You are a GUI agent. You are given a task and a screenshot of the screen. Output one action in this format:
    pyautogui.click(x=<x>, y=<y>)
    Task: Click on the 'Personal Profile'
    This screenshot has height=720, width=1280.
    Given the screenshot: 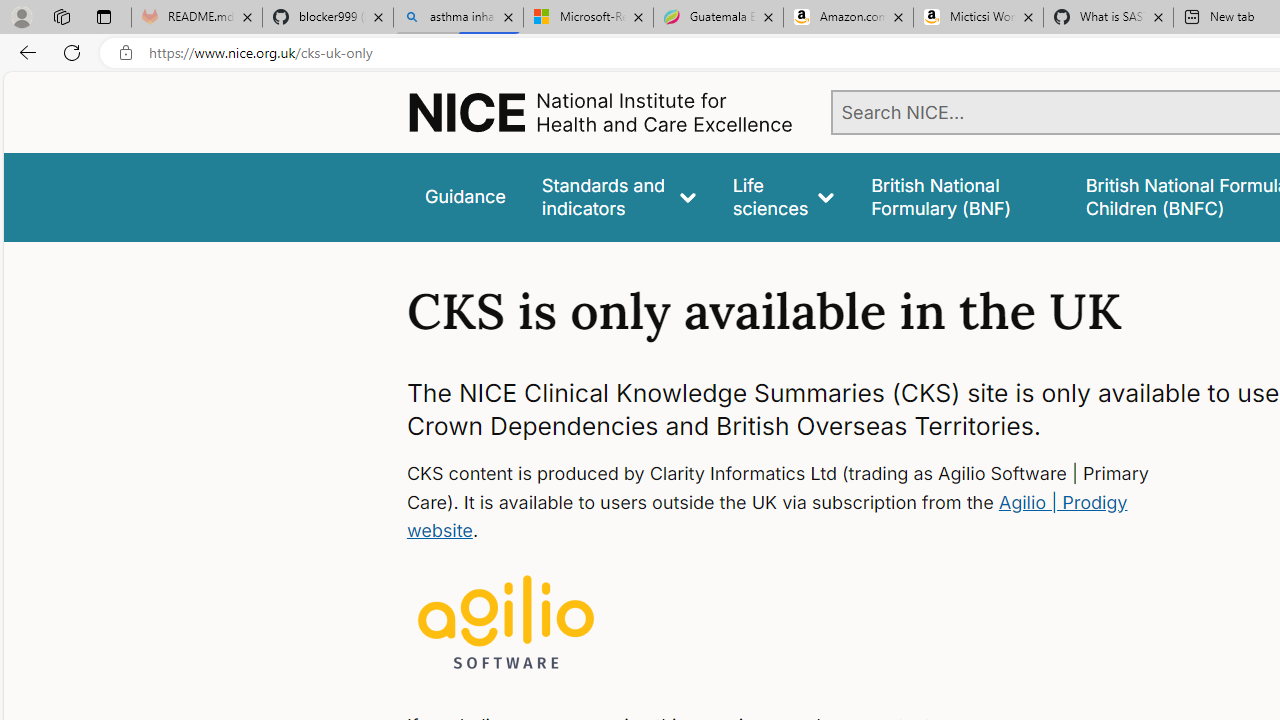 What is the action you would take?
    pyautogui.click(x=21, y=16)
    